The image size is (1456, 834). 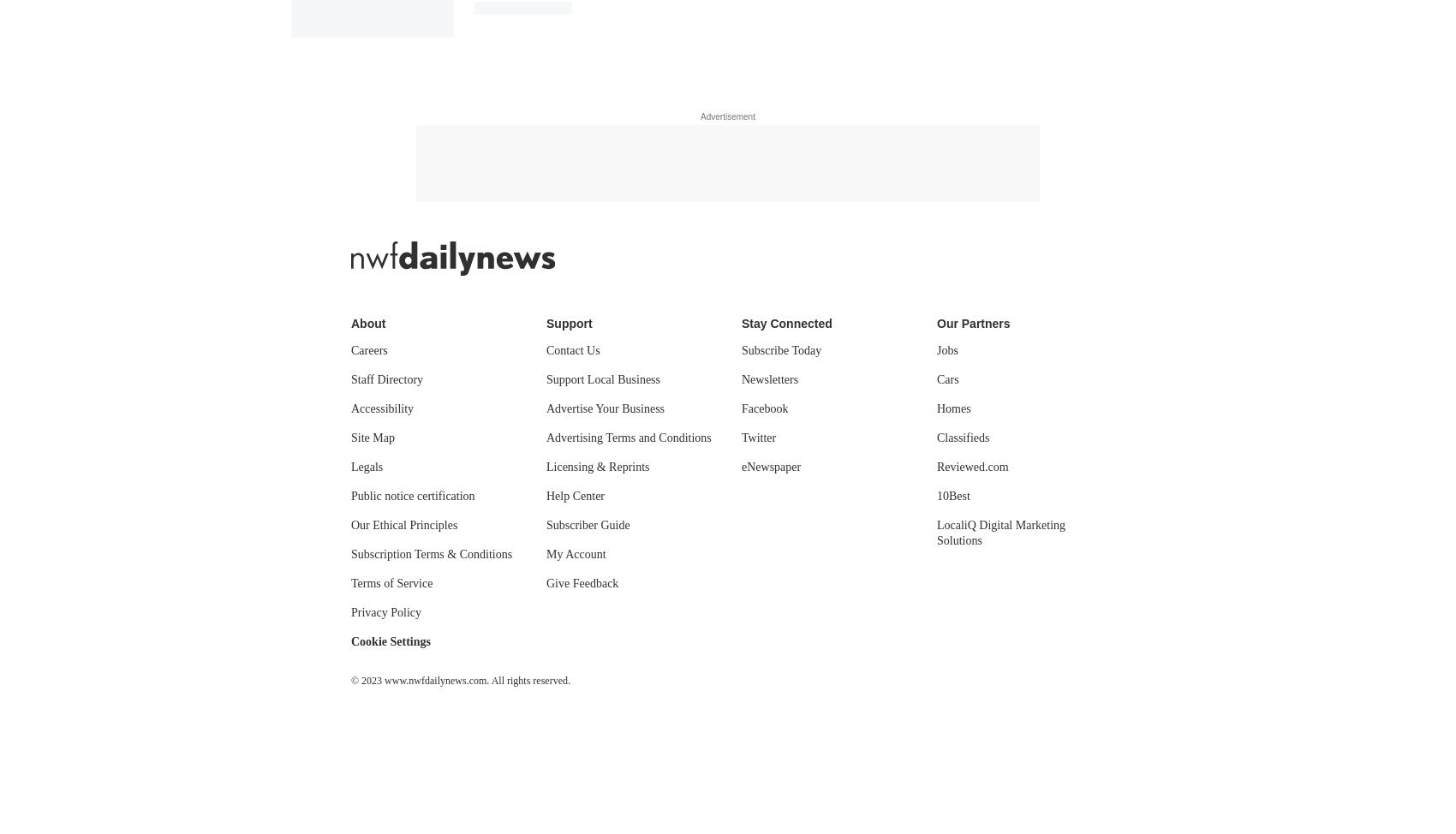 What do you see at coordinates (582, 582) in the screenshot?
I see `'Give Feedback'` at bounding box center [582, 582].